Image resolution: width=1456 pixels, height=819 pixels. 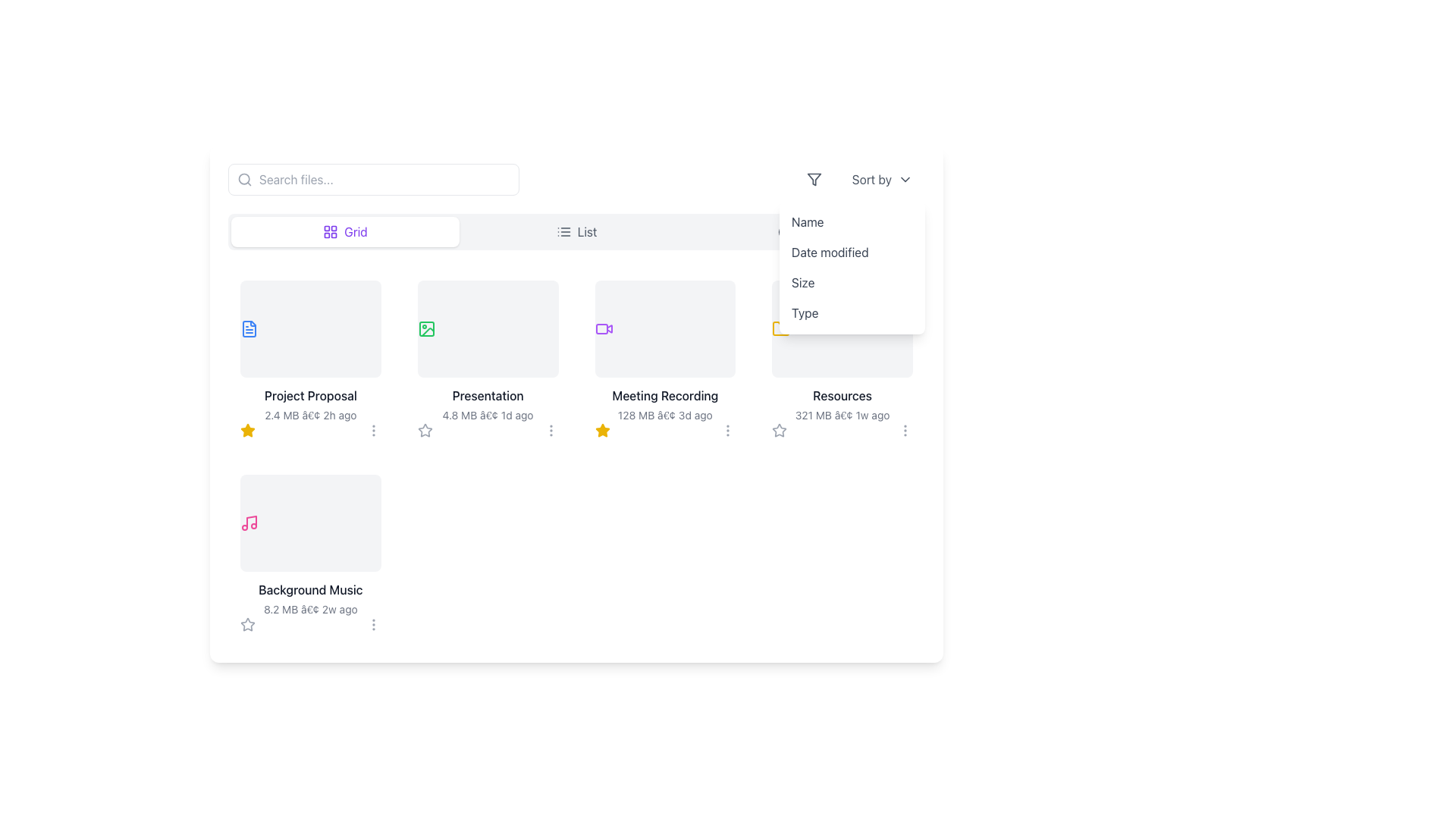 I want to click on the fourth option in the dropdown menu labeled 'Type', so click(x=852, y=312).